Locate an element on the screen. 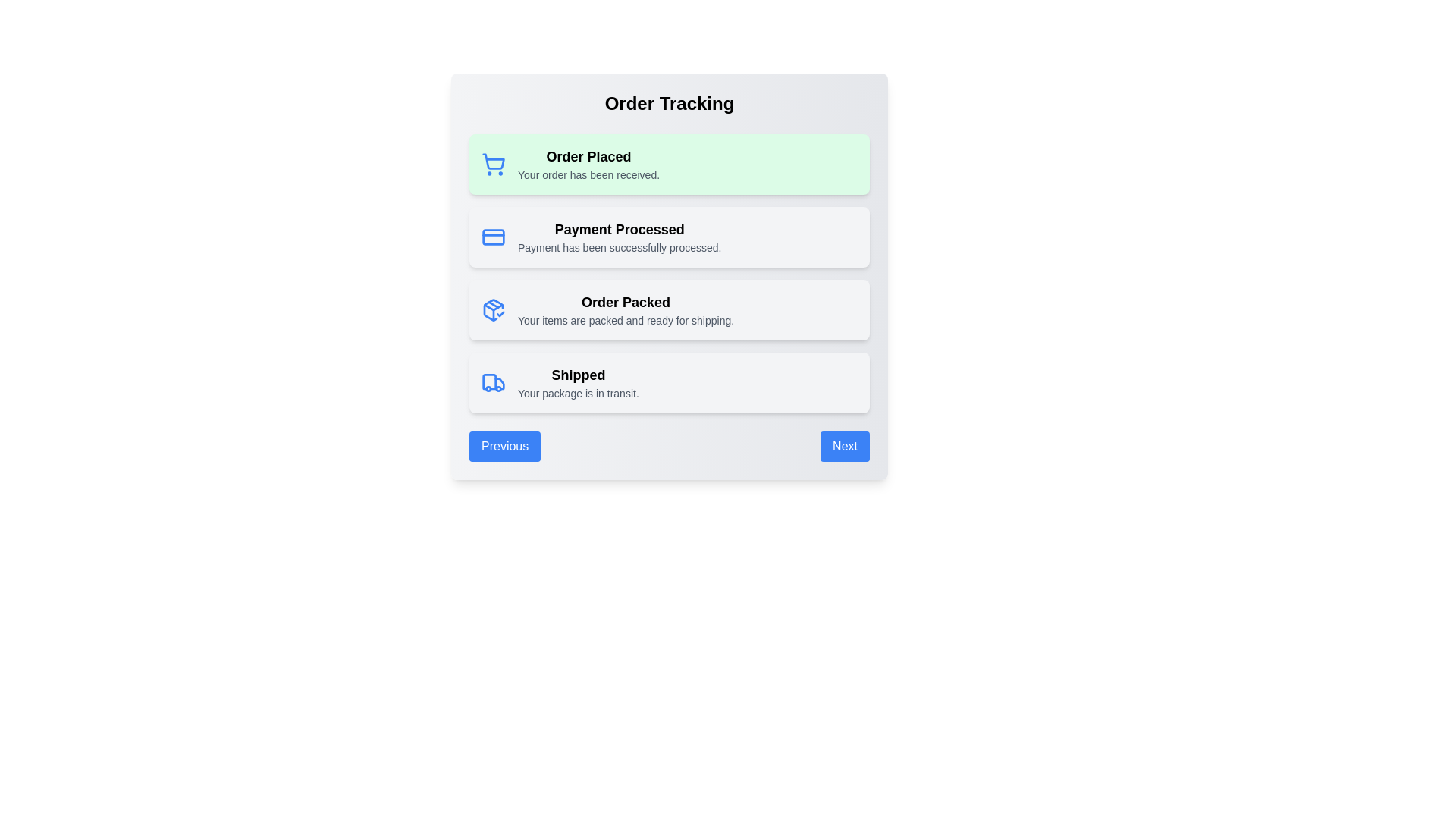 This screenshot has width=1456, height=819. the decorative rectangle within the 'Payment Processed' credit card icon, which is the second in a vertical list of four status cards is located at coordinates (494, 237).